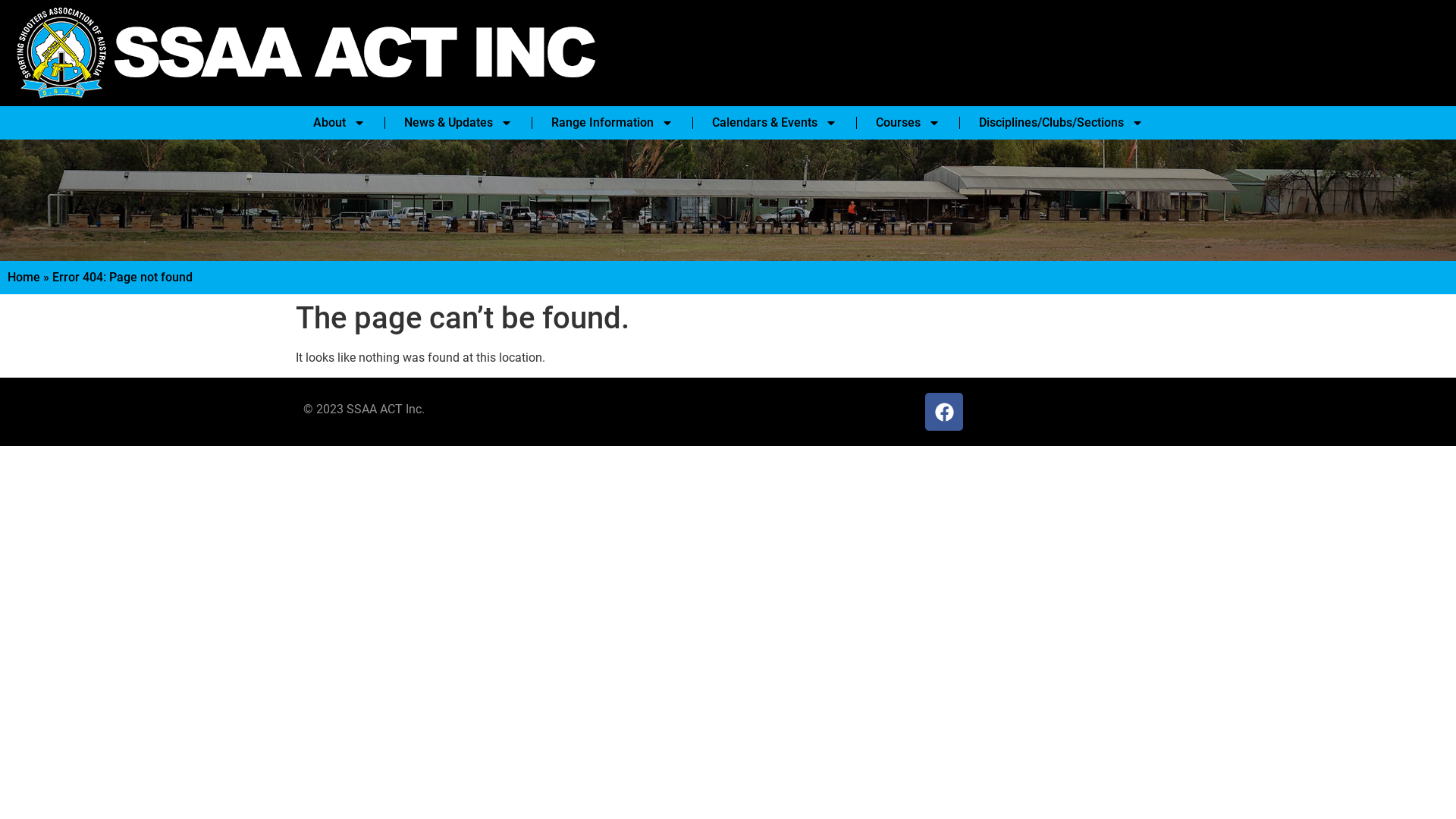 The height and width of the screenshot is (819, 1456). I want to click on 'News & Updates', so click(388, 122).